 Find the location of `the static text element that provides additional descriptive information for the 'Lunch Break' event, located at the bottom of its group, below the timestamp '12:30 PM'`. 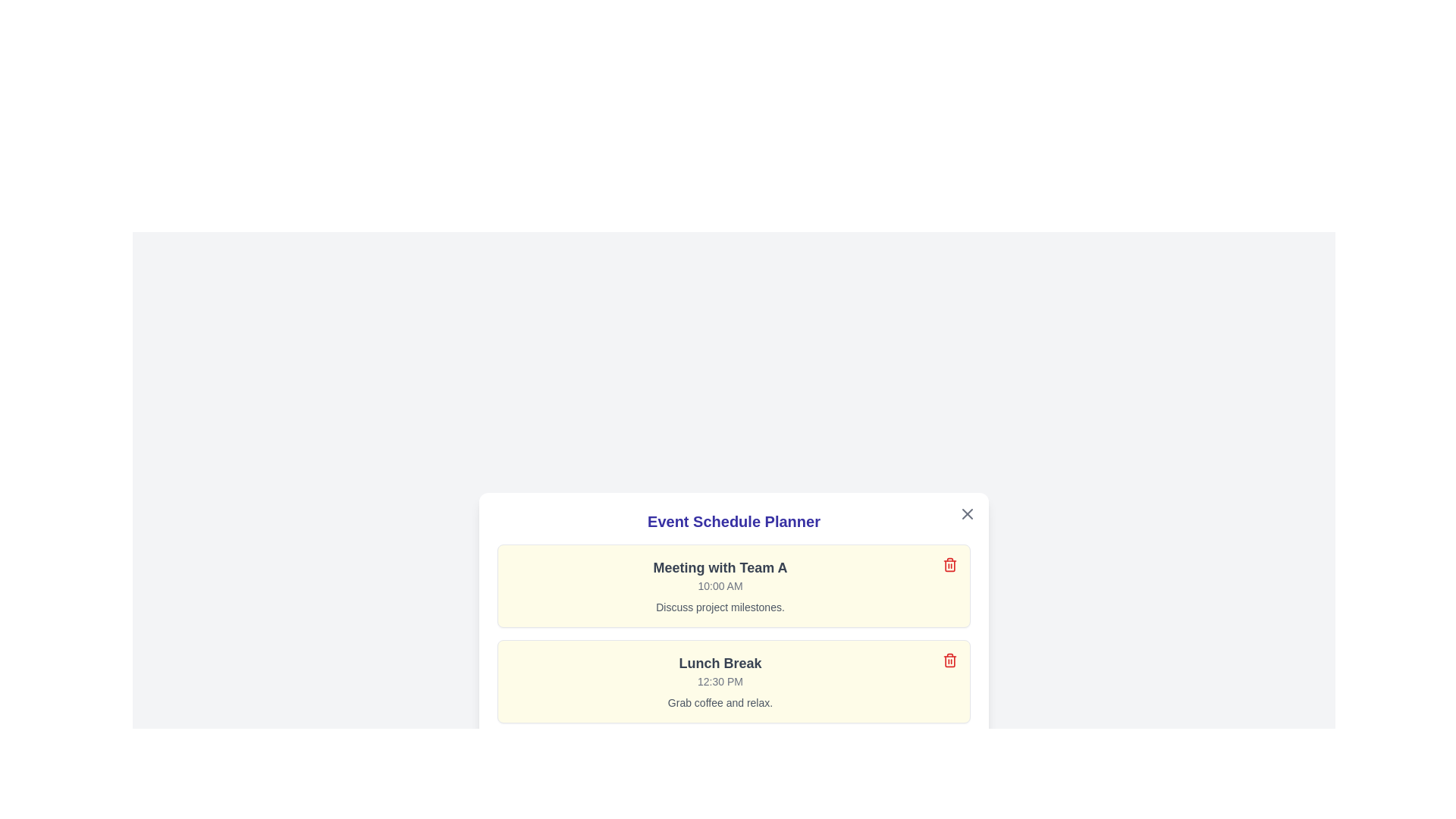

the static text element that provides additional descriptive information for the 'Lunch Break' event, located at the bottom of its group, below the timestamp '12:30 PM' is located at coordinates (720, 702).